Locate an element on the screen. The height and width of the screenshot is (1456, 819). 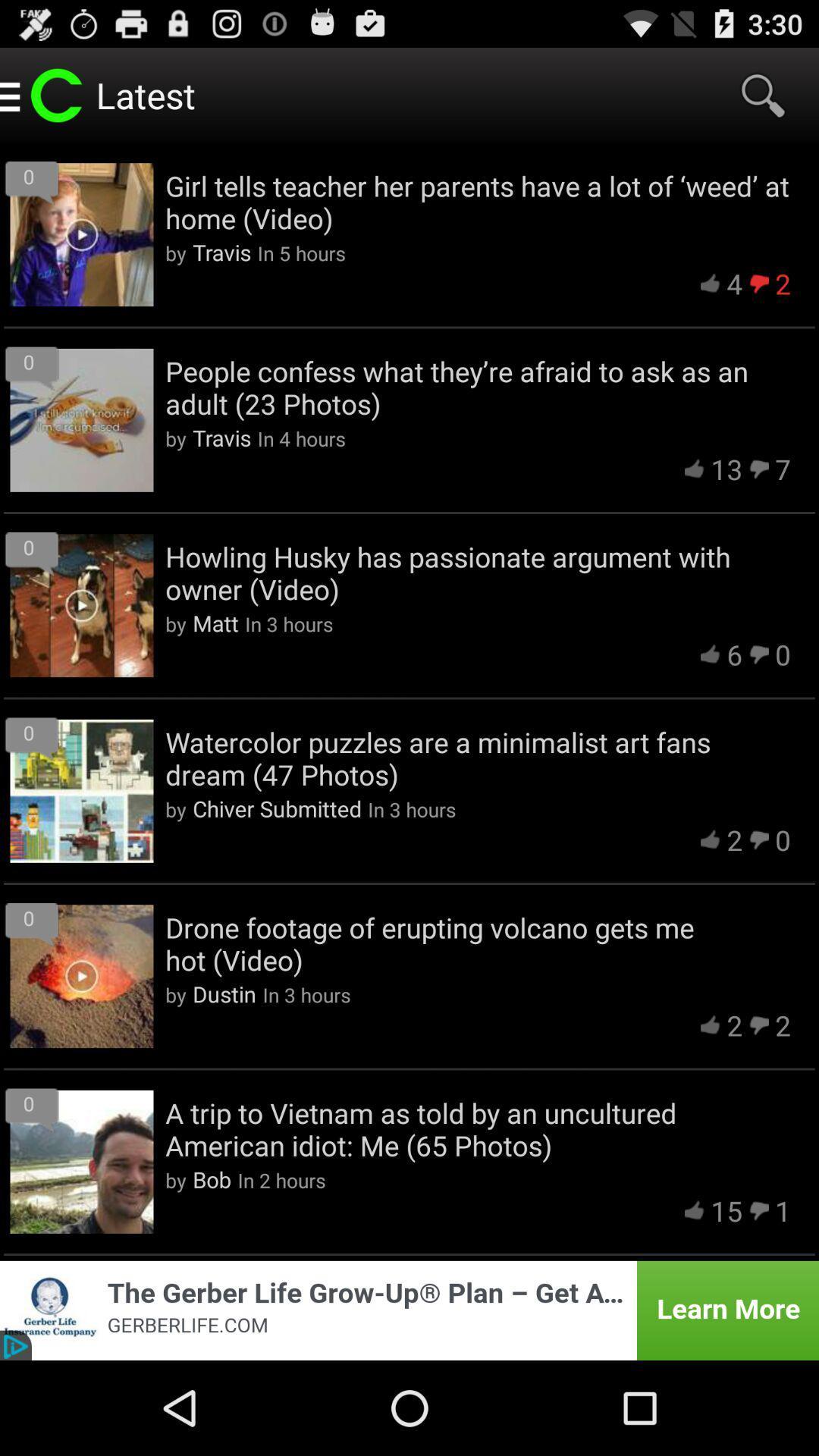
item to the left of the in 3 hours item is located at coordinates (277, 808).